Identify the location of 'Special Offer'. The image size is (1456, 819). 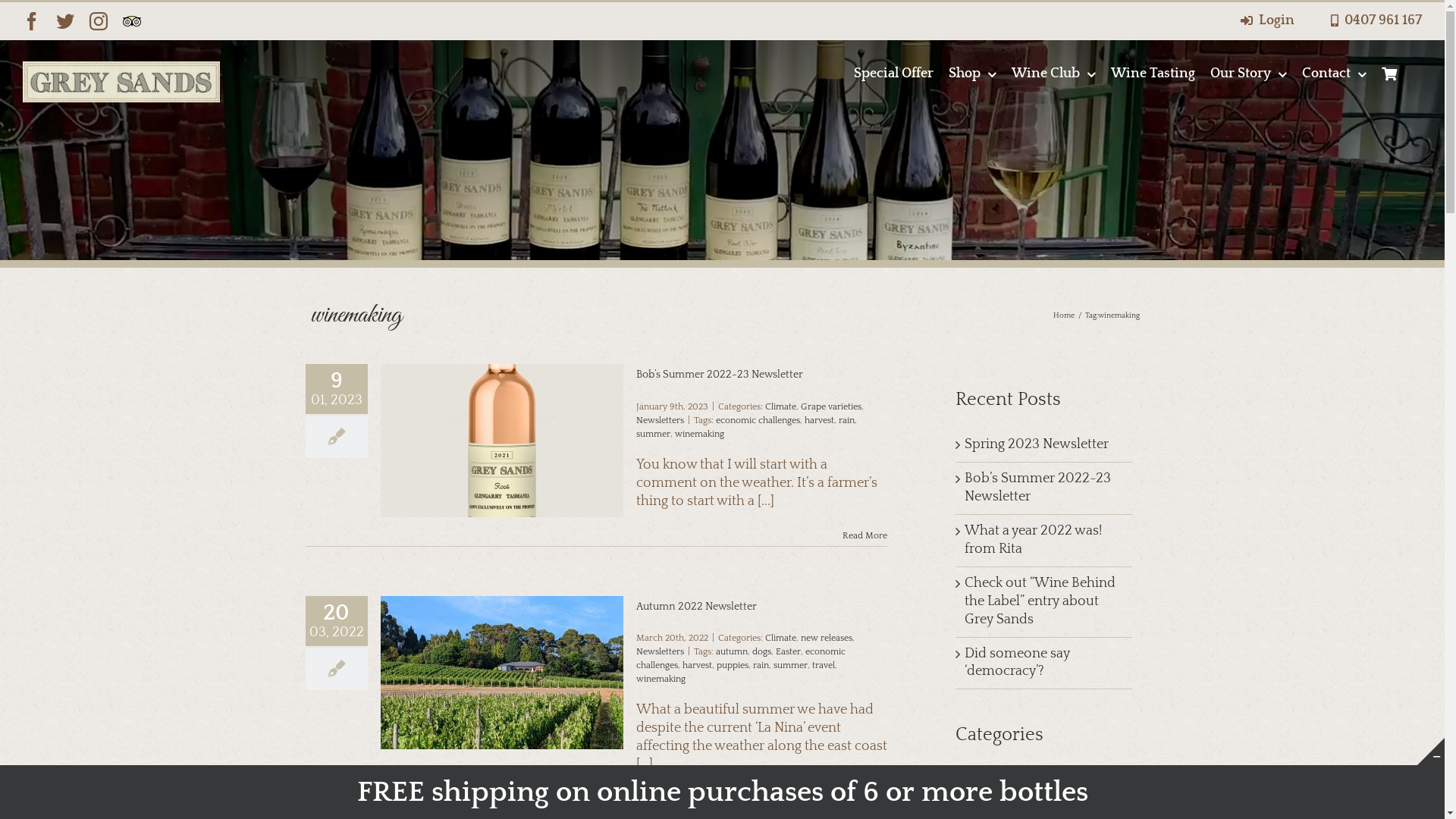
(893, 82).